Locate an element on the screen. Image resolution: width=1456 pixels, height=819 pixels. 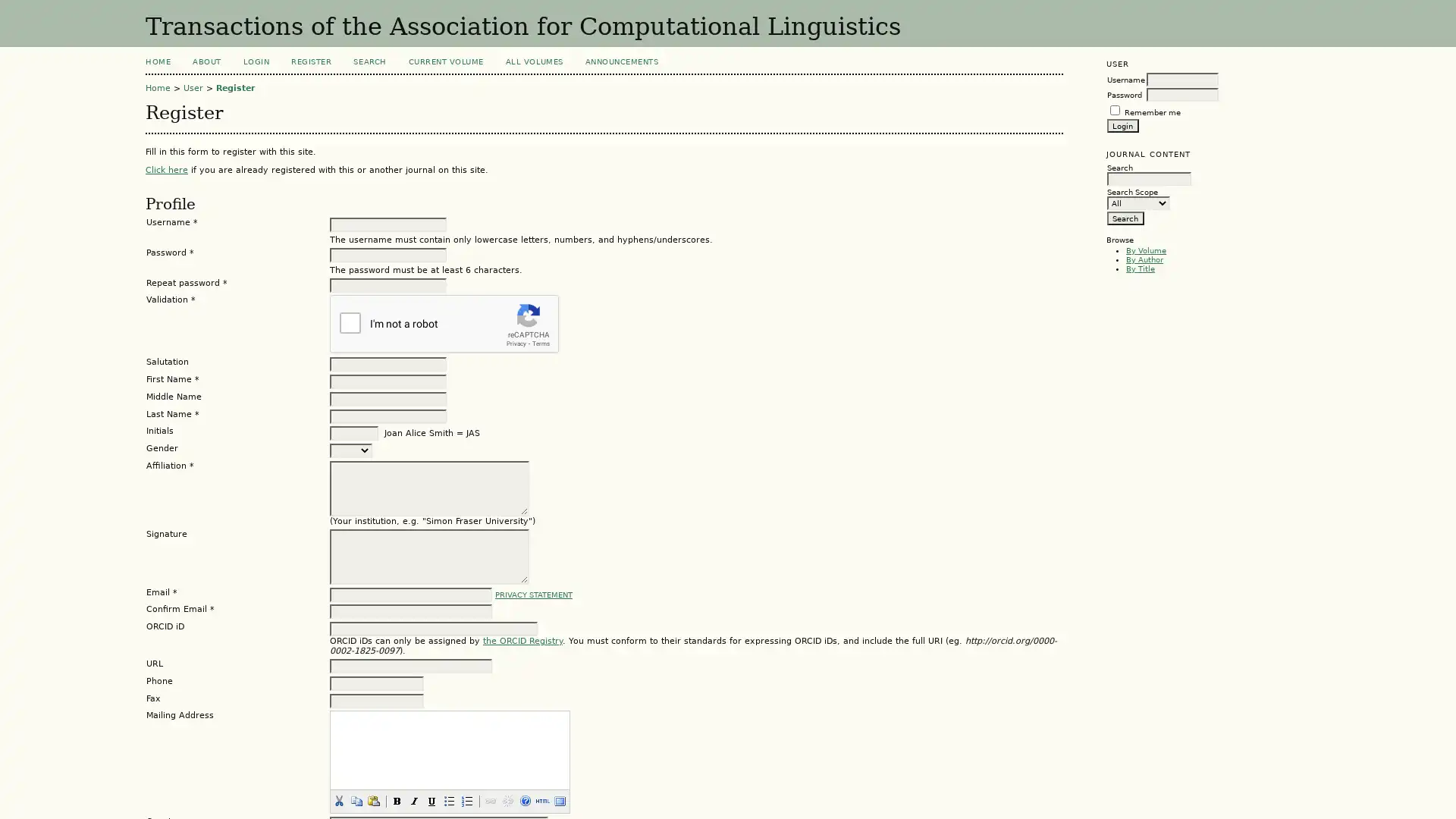
Underline (Ctrl+U) is located at coordinates (431, 800).